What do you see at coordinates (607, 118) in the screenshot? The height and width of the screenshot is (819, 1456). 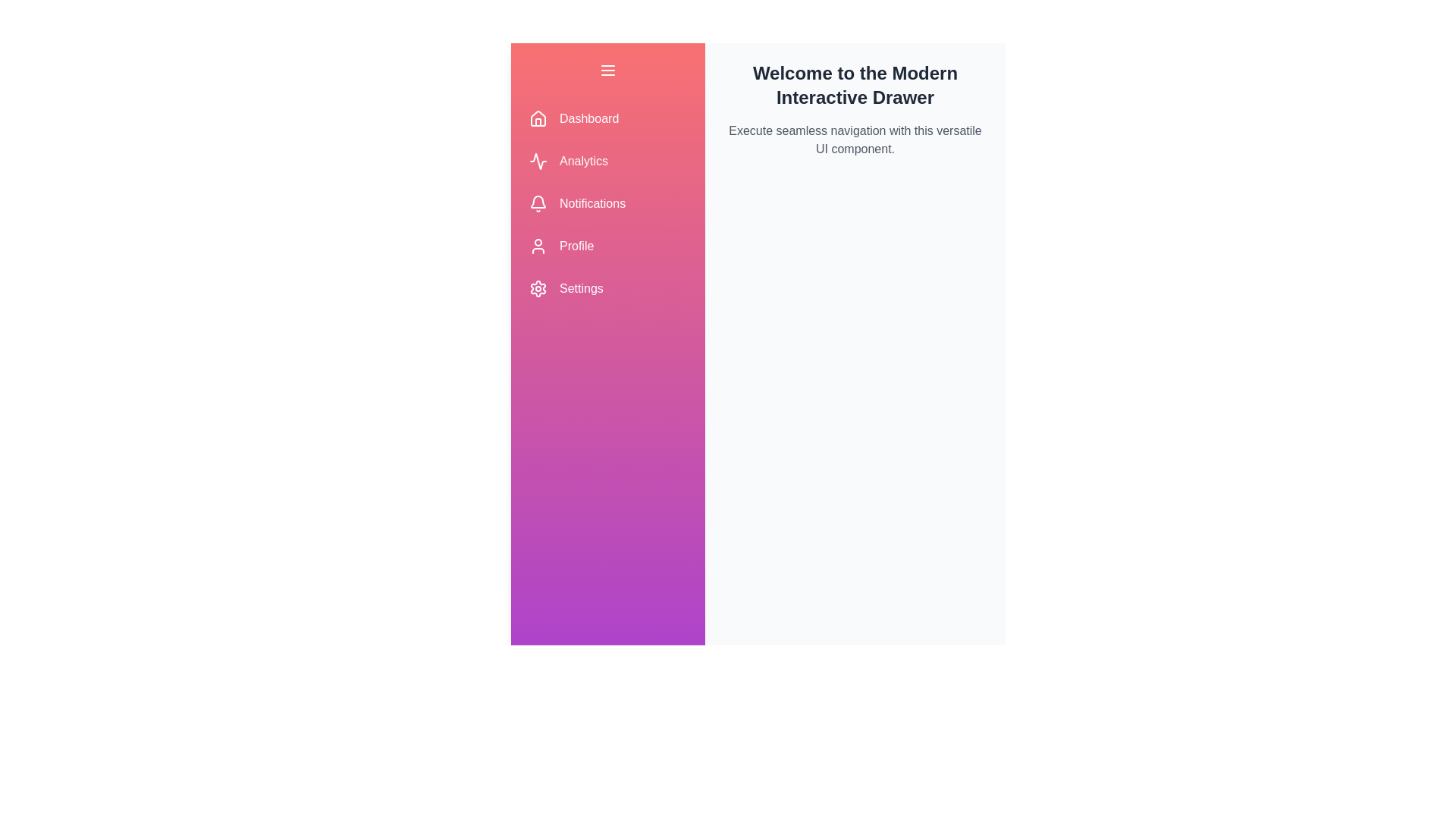 I see `the navigation item labeled Dashboard` at bounding box center [607, 118].